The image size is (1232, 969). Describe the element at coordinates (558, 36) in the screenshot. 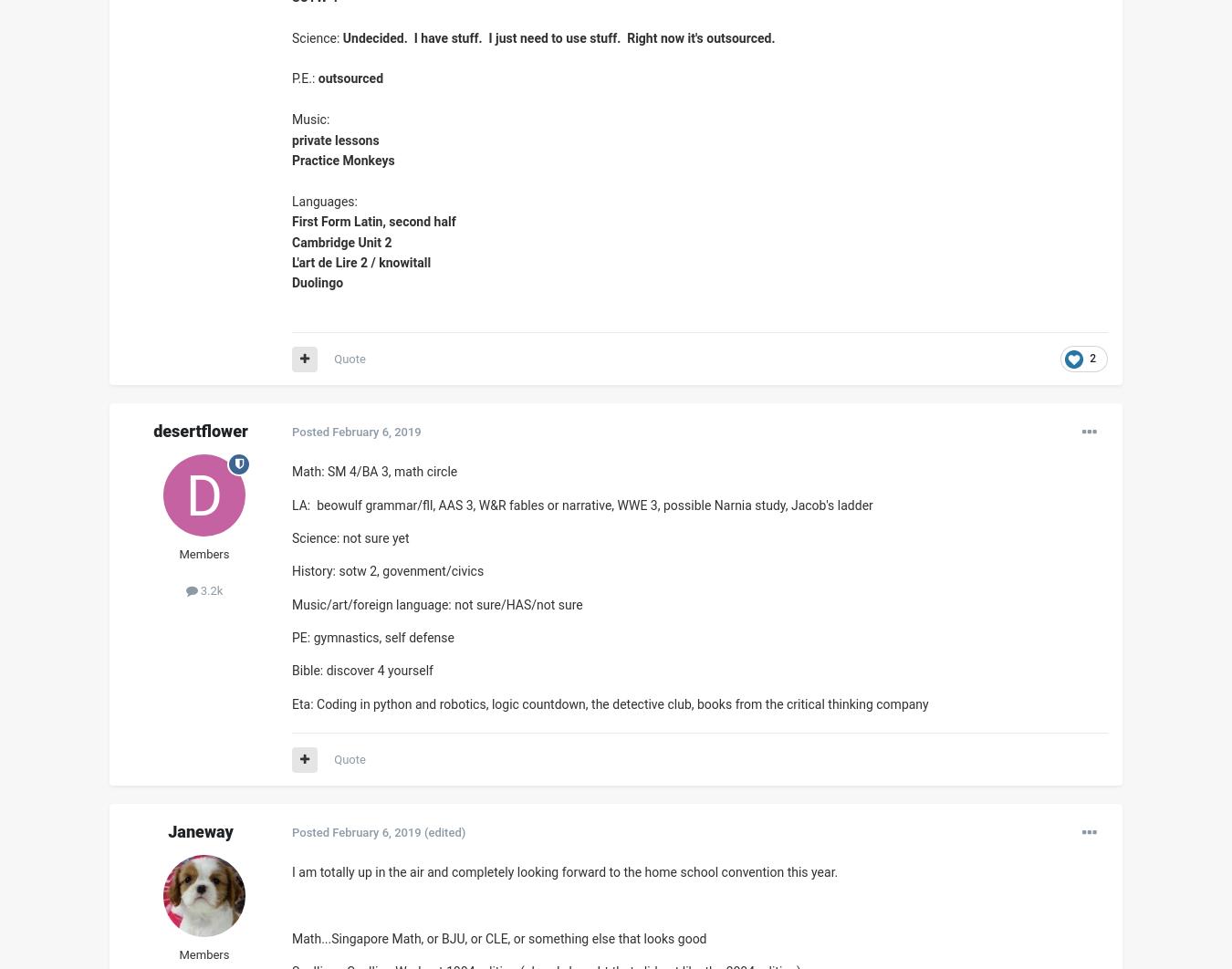

I see `'Undecided.  I have stuff.  I just need to use stuff.  Right now it's outsourced.'` at that location.